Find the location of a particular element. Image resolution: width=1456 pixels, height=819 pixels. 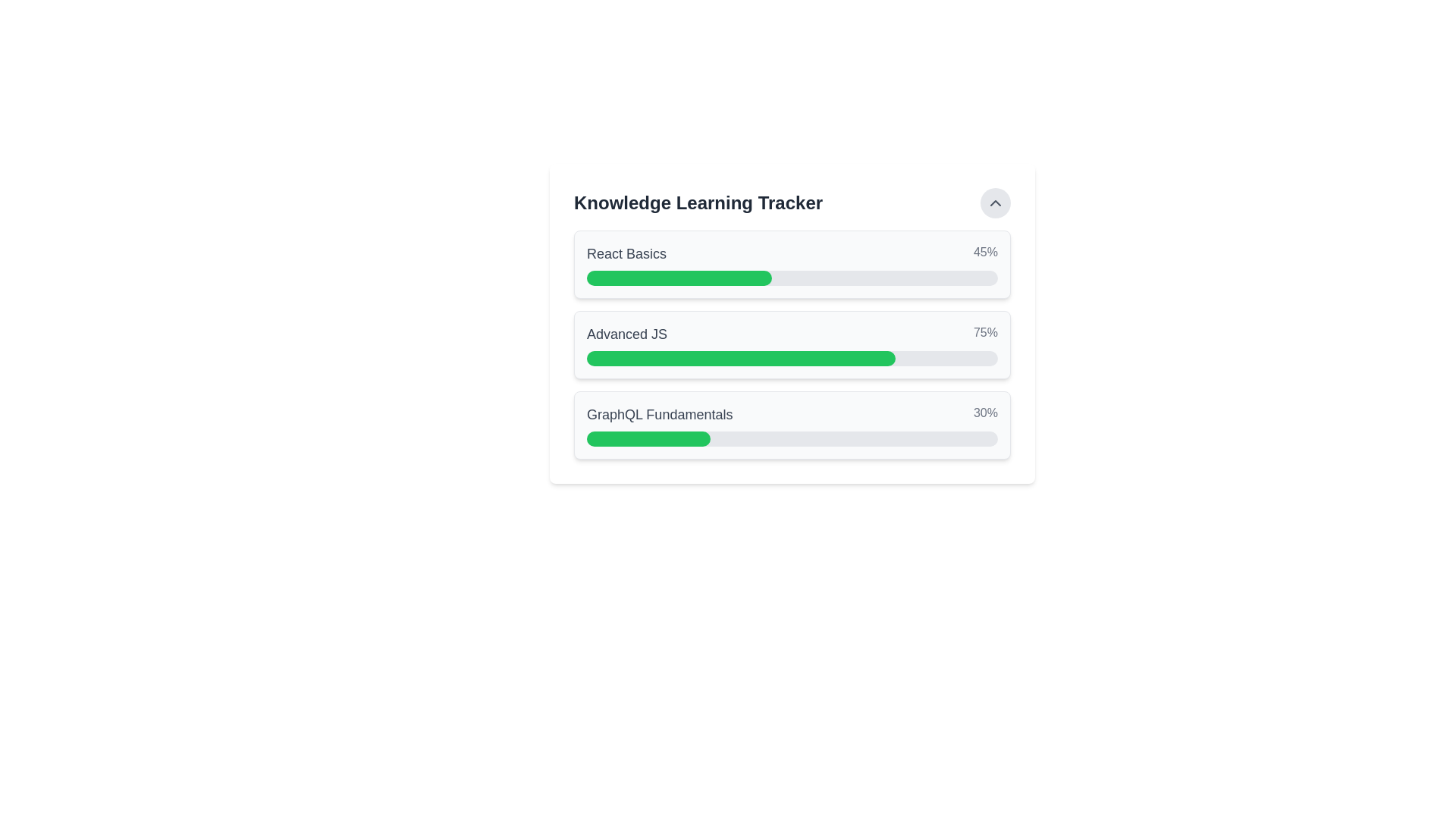

the progress bar of the Progress card representing the user's learning in 'Advanced JS' is located at coordinates (792, 345).